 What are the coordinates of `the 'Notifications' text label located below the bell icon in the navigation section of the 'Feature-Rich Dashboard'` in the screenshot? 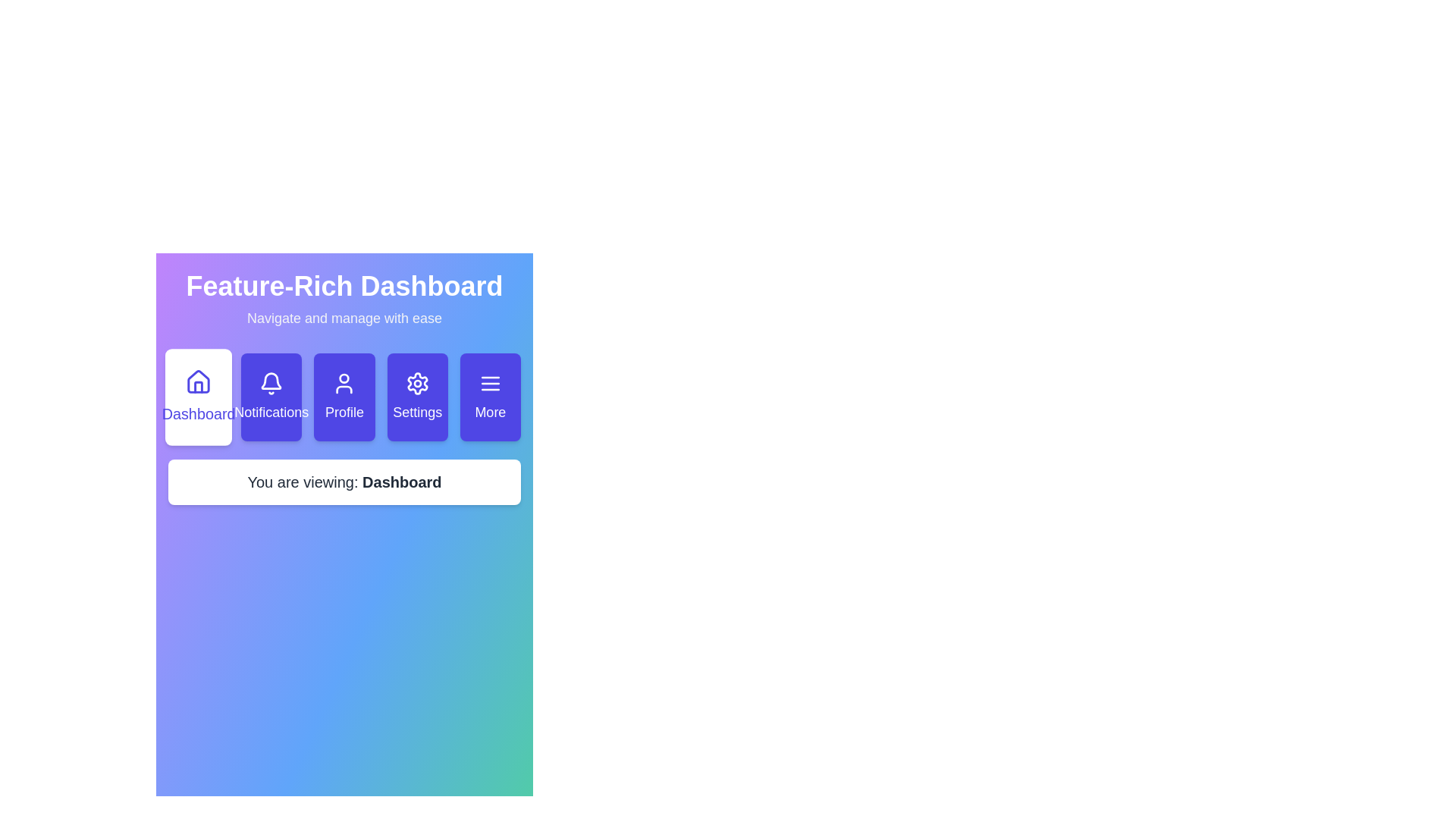 It's located at (271, 412).